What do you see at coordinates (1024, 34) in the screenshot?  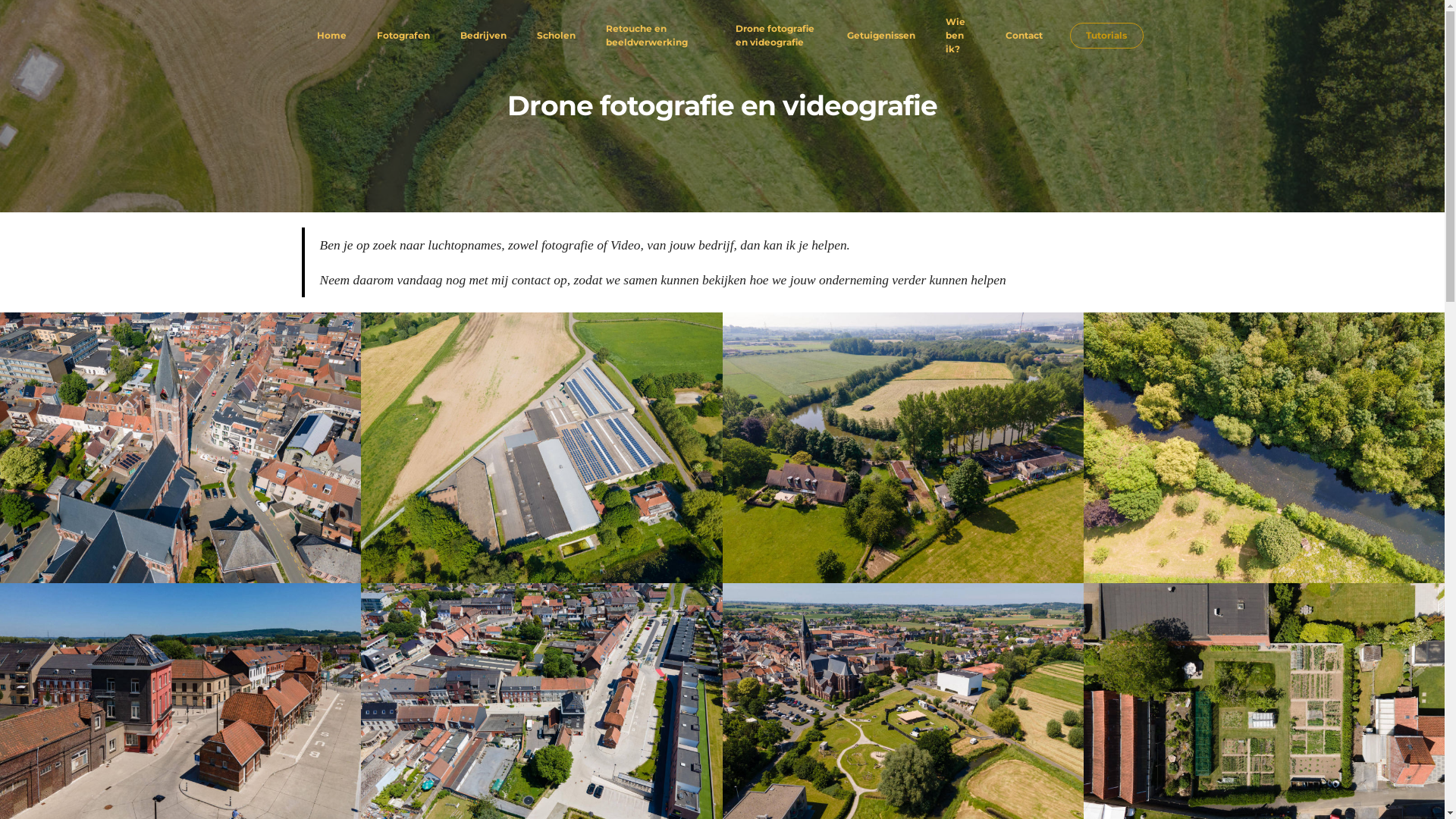 I see `'Contact'` at bounding box center [1024, 34].